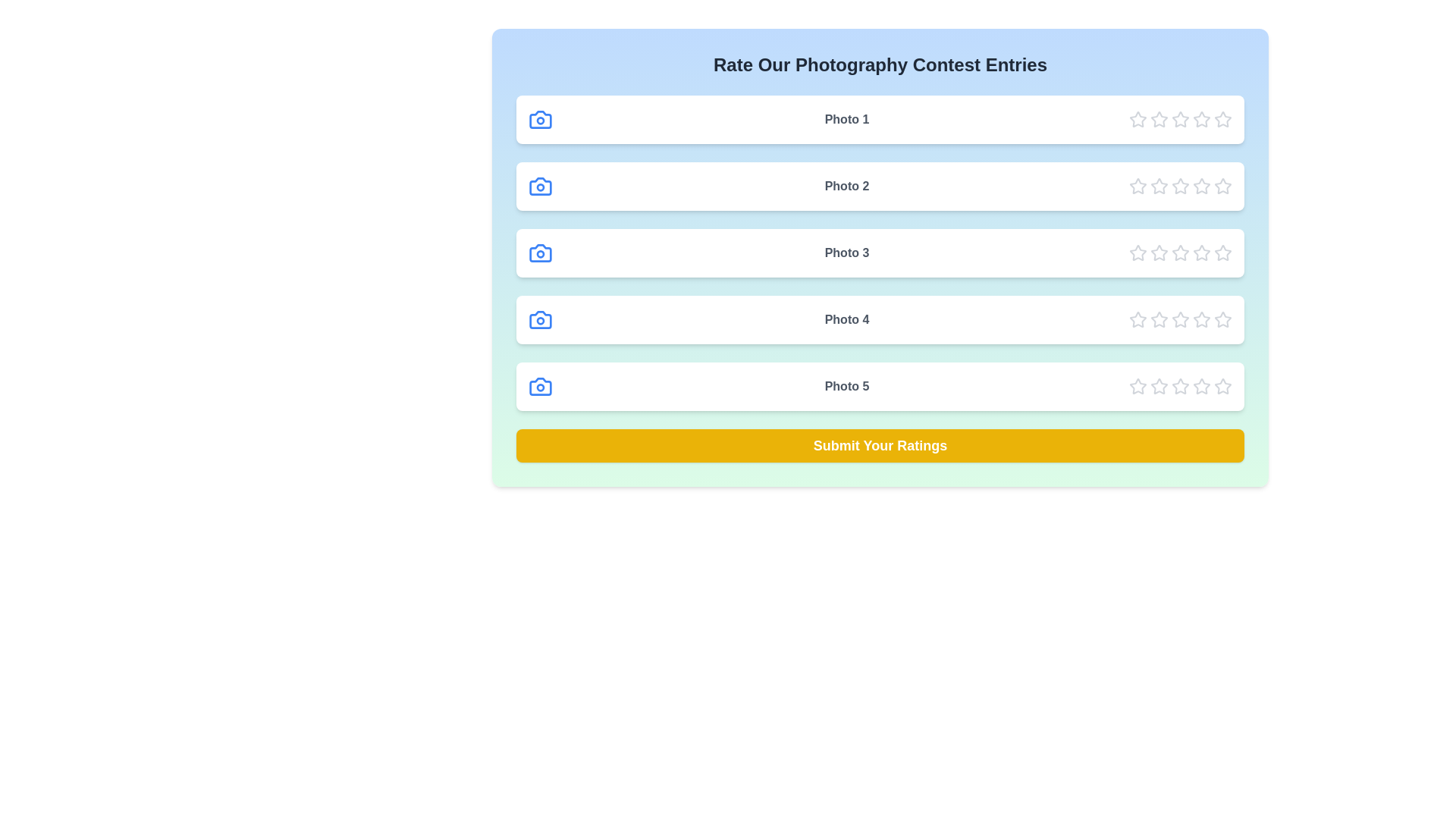 The image size is (1456, 819). What do you see at coordinates (846, 186) in the screenshot?
I see `the photo title Photo 2 to select or highlight it` at bounding box center [846, 186].